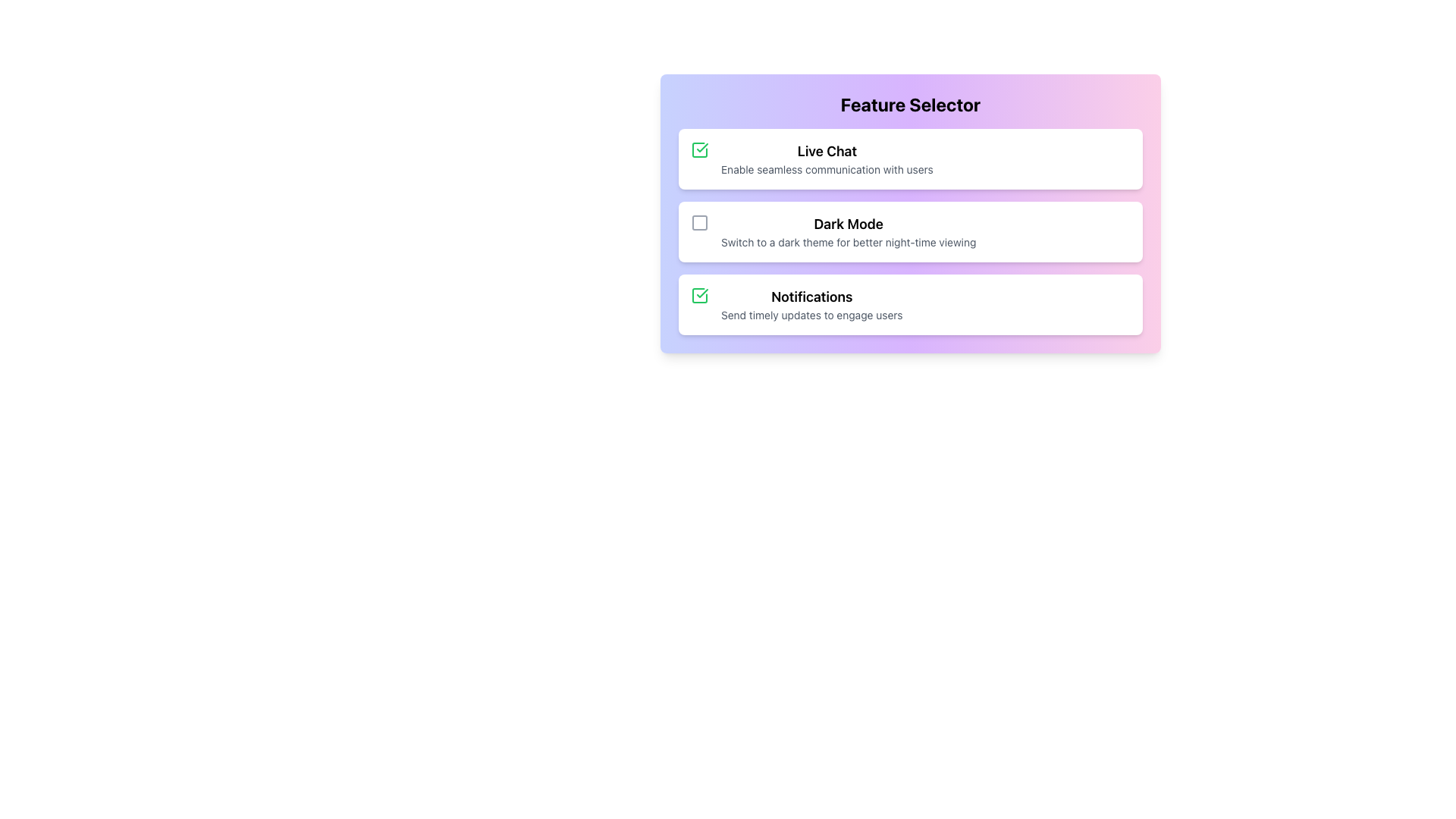  I want to click on the 'Dark Mode' title text label within the feature selector interface, which is positioned between 'Live Chat' and 'Notifications', so click(848, 224).